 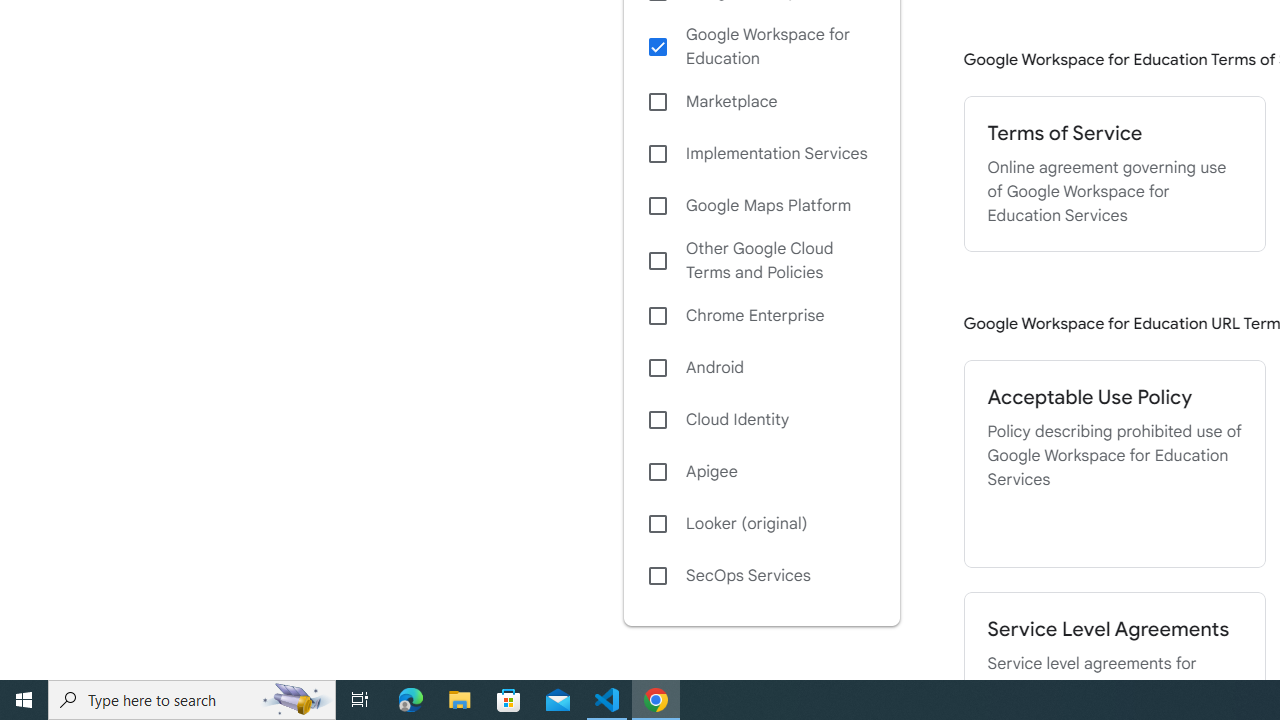 What do you see at coordinates (760, 471) in the screenshot?
I see `'Apigee'` at bounding box center [760, 471].